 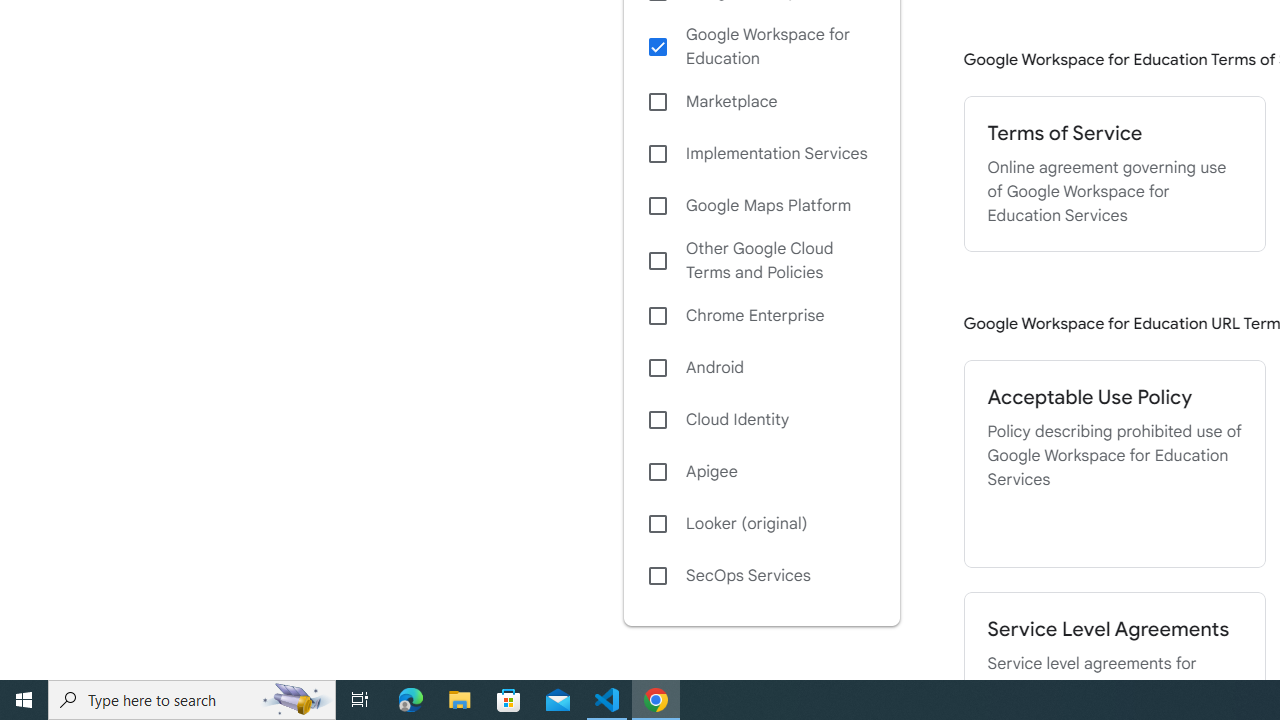 What do you see at coordinates (760, 471) in the screenshot?
I see `'Apigee'` at bounding box center [760, 471].